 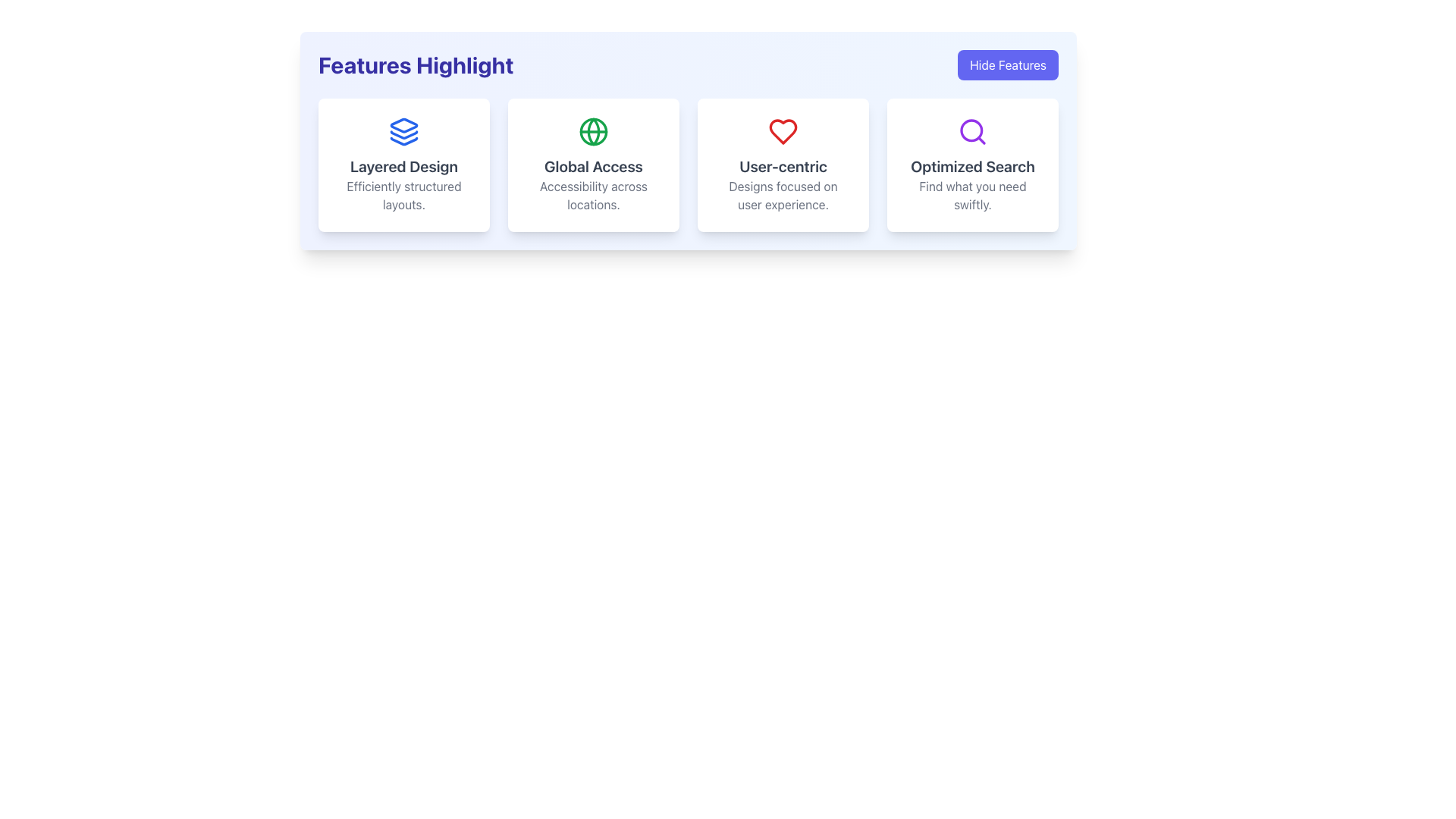 What do you see at coordinates (403, 130) in the screenshot?
I see `the blue outlined icon representing a stack of layers, which is centered above the text 'Layered Design' in the first feature card` at bounding box center [403, 130].